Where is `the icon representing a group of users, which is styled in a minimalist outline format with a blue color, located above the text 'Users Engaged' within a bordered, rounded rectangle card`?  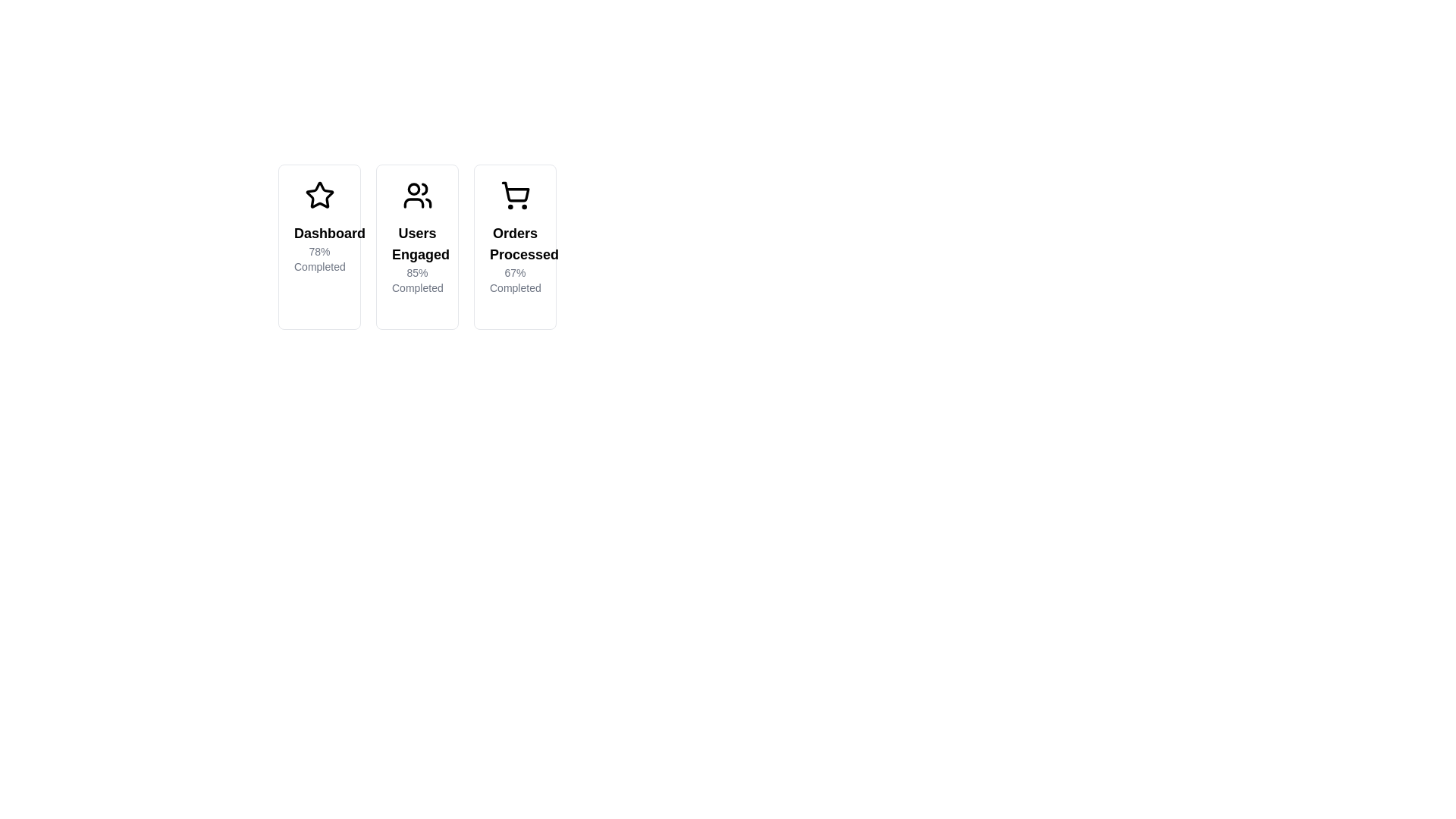
the icon representing a group of users, which is styled in a minimalist outline format with a blue color, located above the text 'Users Engaged' within a bordered, rounded rectangle card is located at coordinates (417, 195).